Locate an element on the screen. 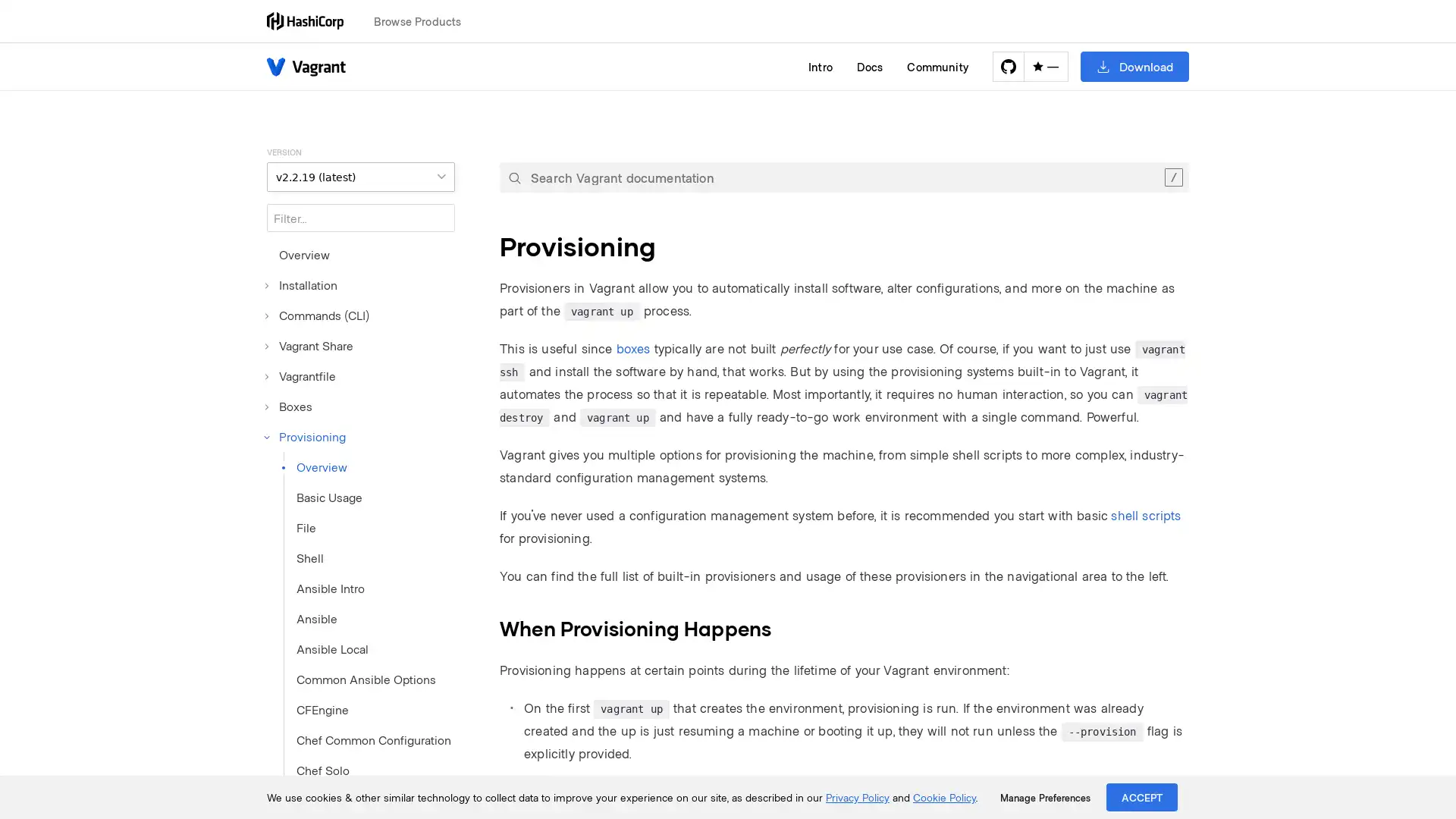 Image resolution: width=1456 pixels, height=819 pixels. Manage Preferences is located at coordinates (1044, 797).